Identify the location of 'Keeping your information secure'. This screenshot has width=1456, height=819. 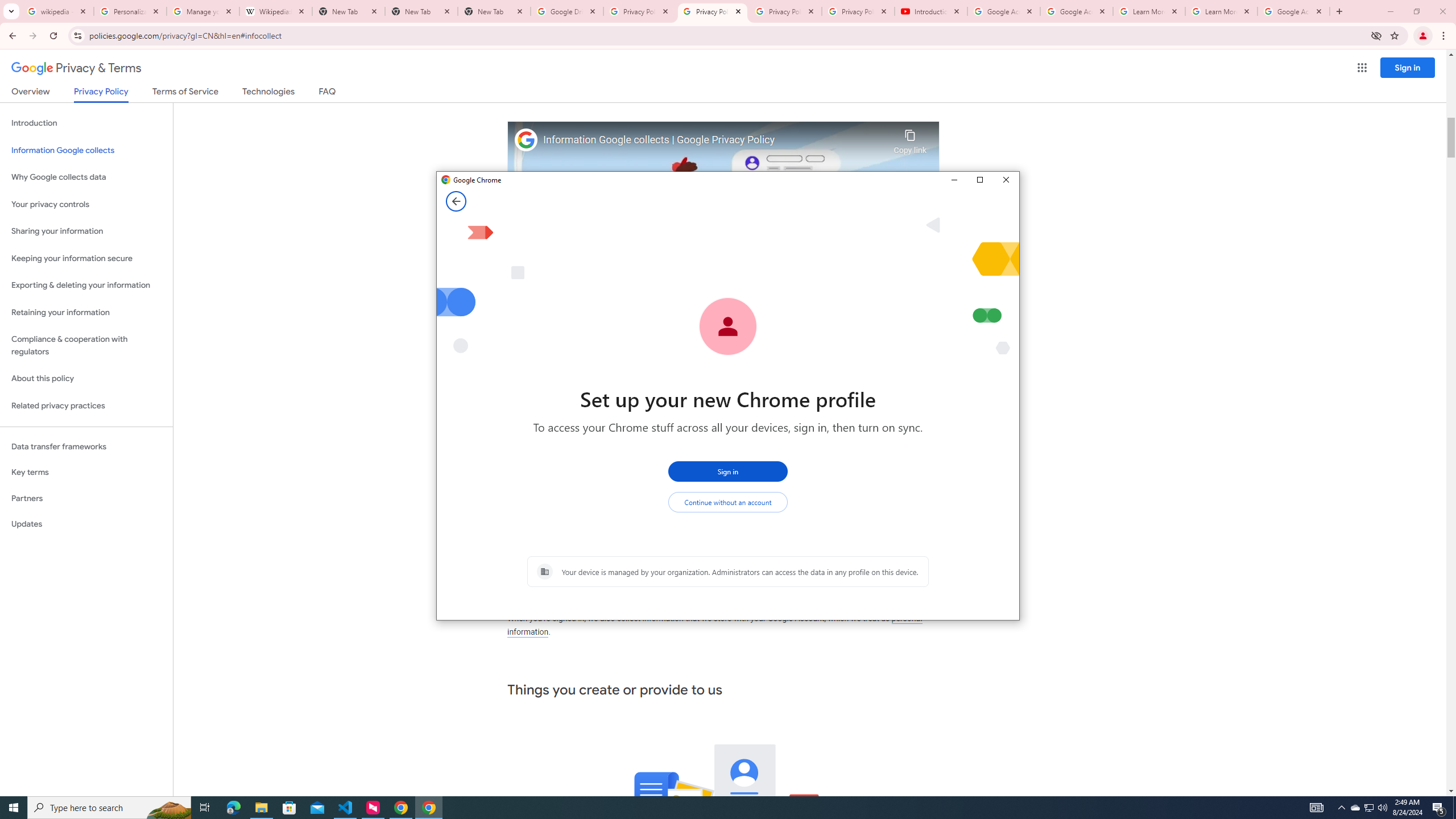
(86, 259).